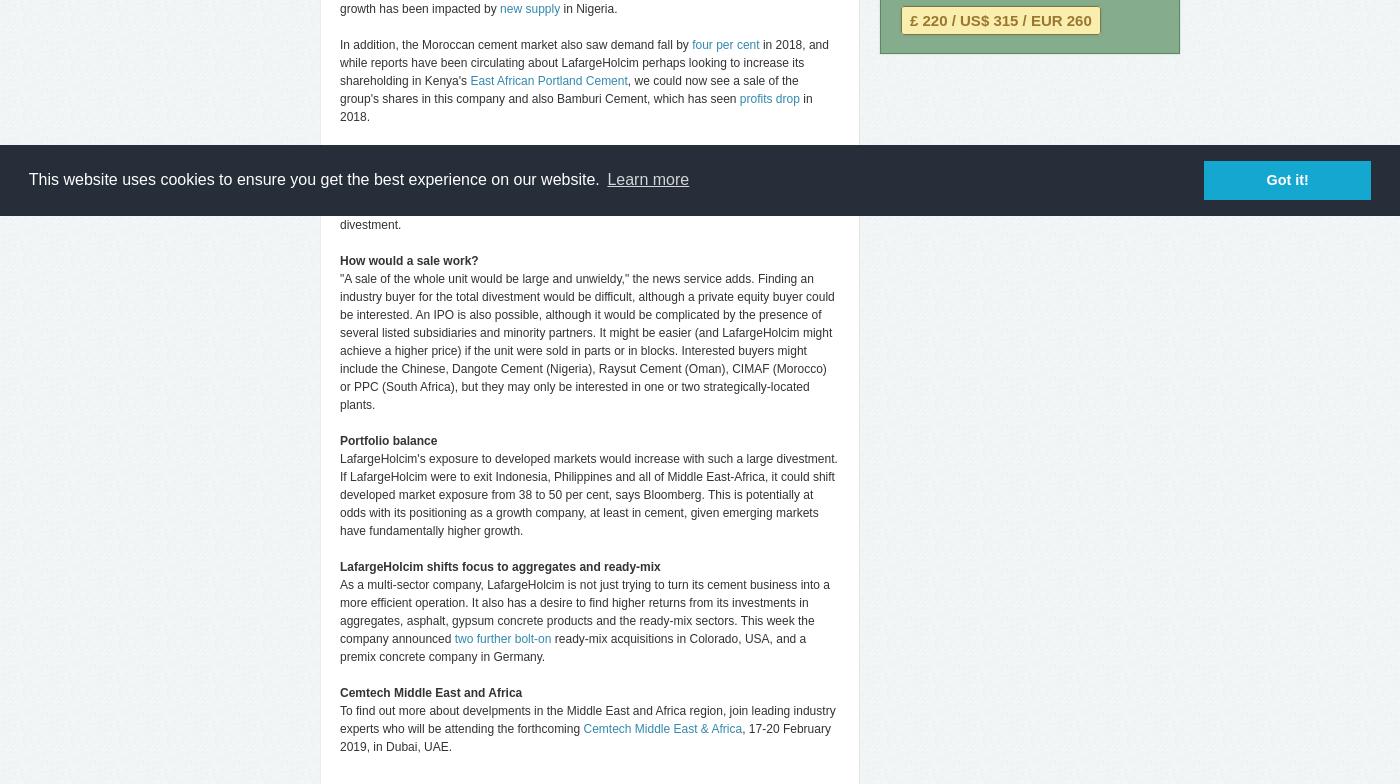 This screenshot has width=1400, height=784. What do you see at coordinates (573, 647) in the screenshot?
I see `'ready-mix acquisitions in Colorado, USA, and a premix concrete company in Germany.'` at bounding box center [573, 647].